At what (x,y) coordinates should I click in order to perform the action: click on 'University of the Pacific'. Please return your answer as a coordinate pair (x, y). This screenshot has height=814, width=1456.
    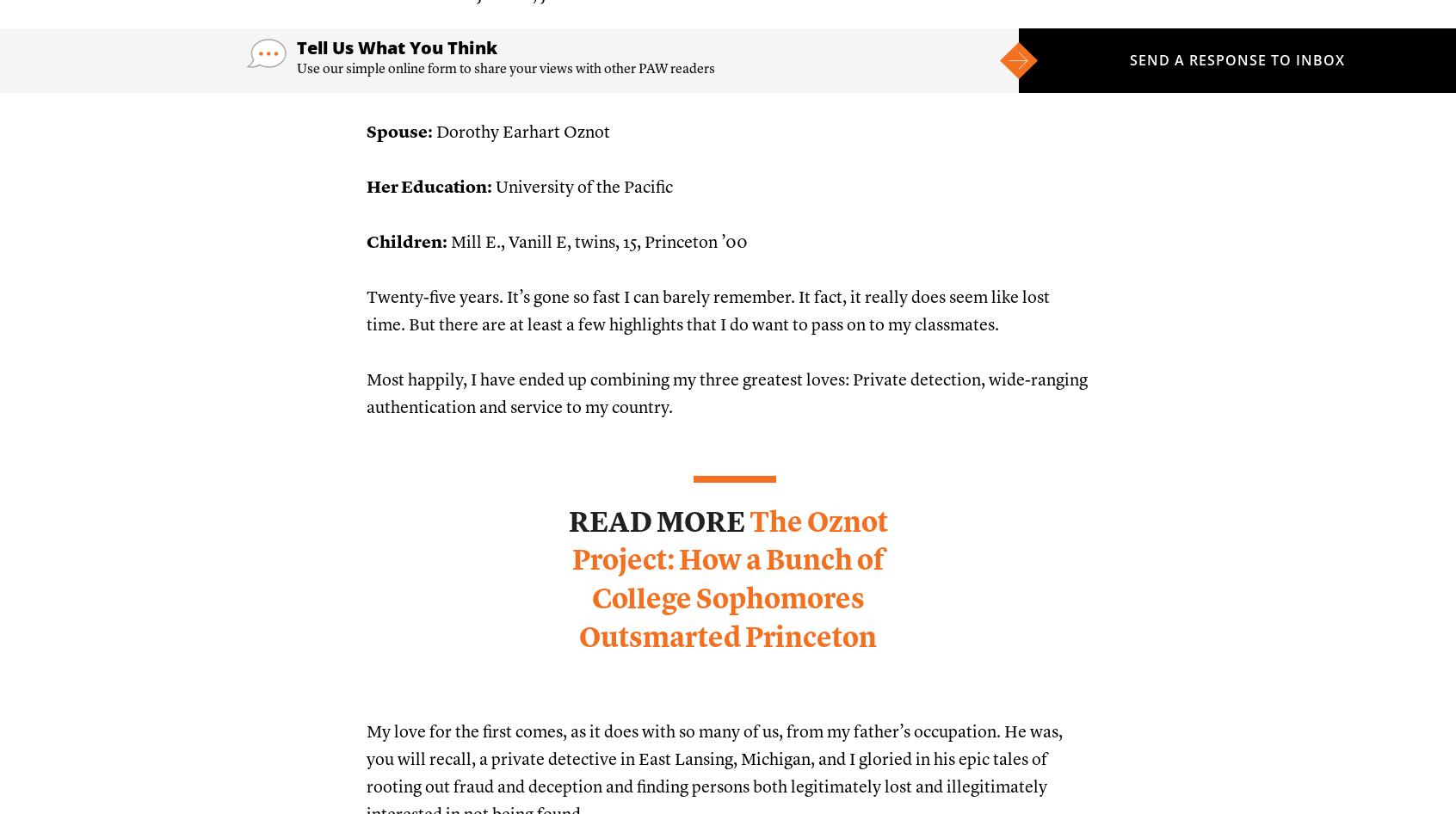
    Looking at the image, I should click on (582, 187).